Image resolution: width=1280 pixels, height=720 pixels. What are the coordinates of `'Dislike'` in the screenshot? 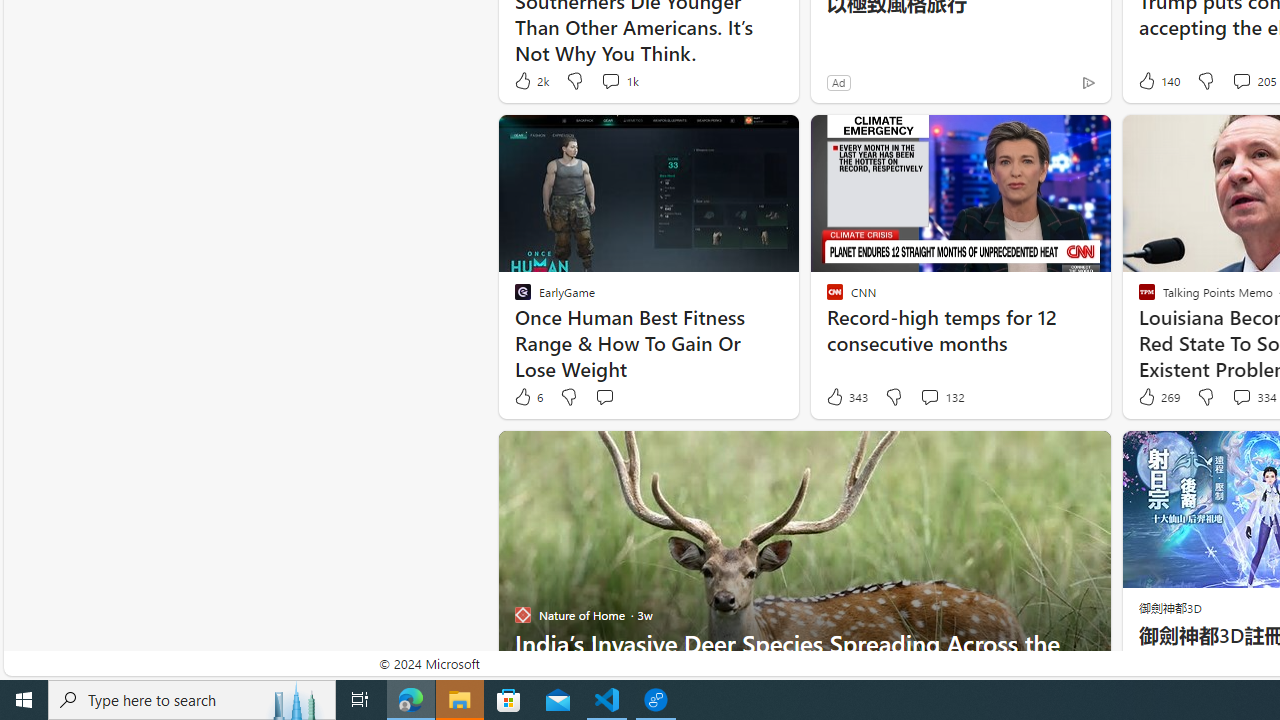 It's located at (1204, 397).